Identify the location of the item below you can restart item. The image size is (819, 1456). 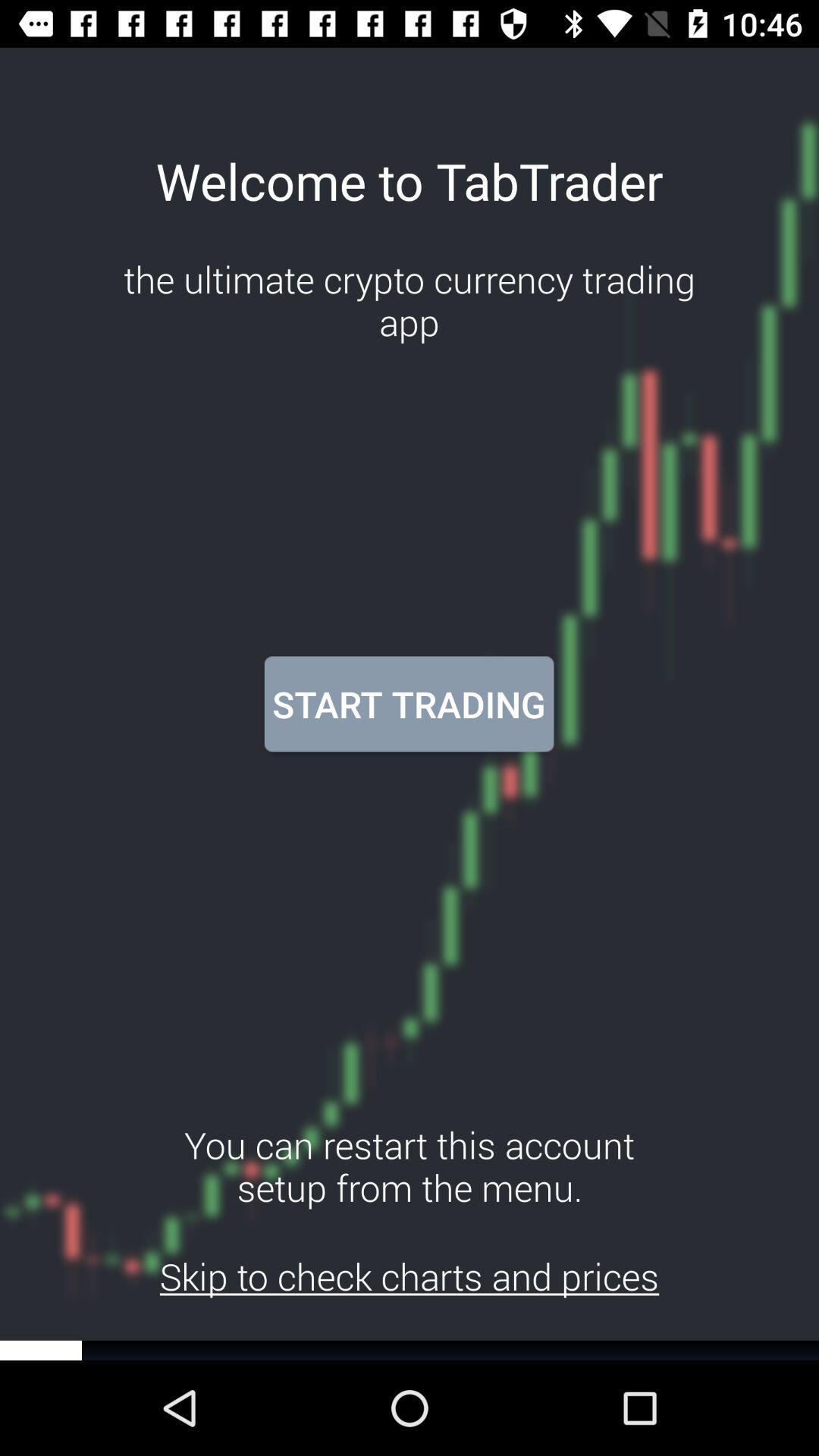
(409, 1276).